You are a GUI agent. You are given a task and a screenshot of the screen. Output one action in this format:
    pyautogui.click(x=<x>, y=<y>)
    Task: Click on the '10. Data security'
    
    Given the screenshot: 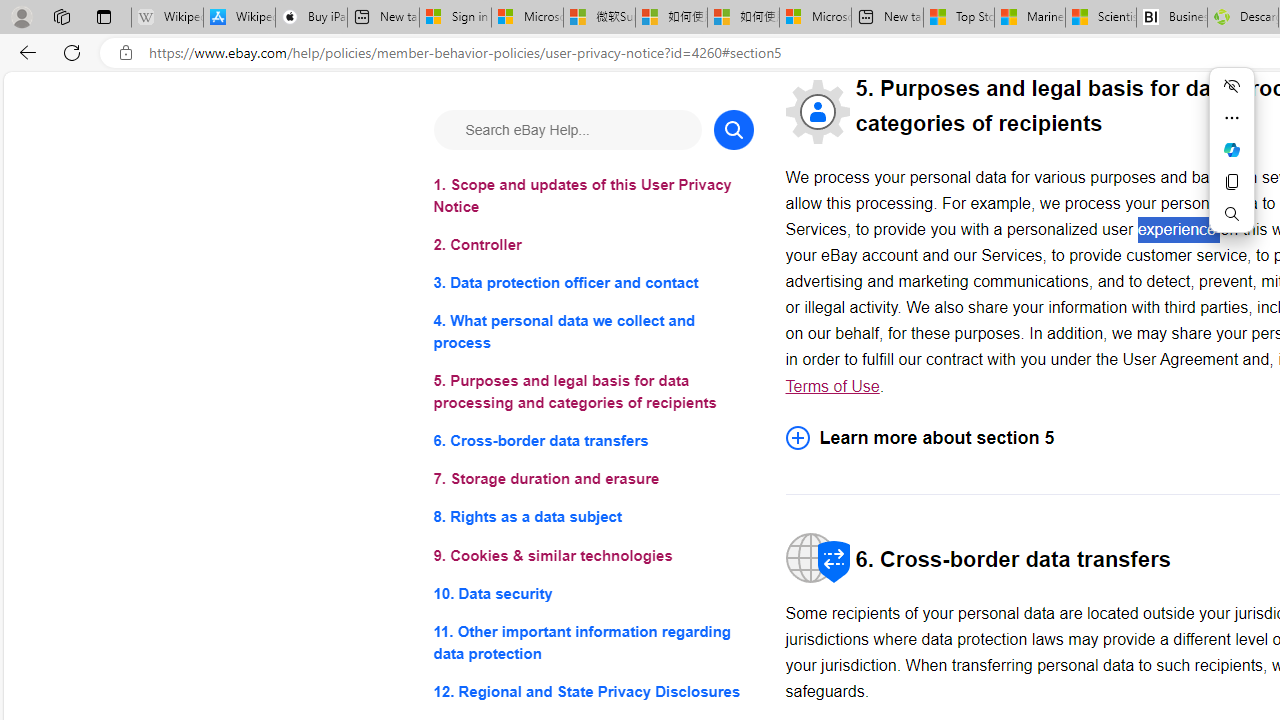 What is the action you would take?
    pyautogui.click(x=592, y=592)
    